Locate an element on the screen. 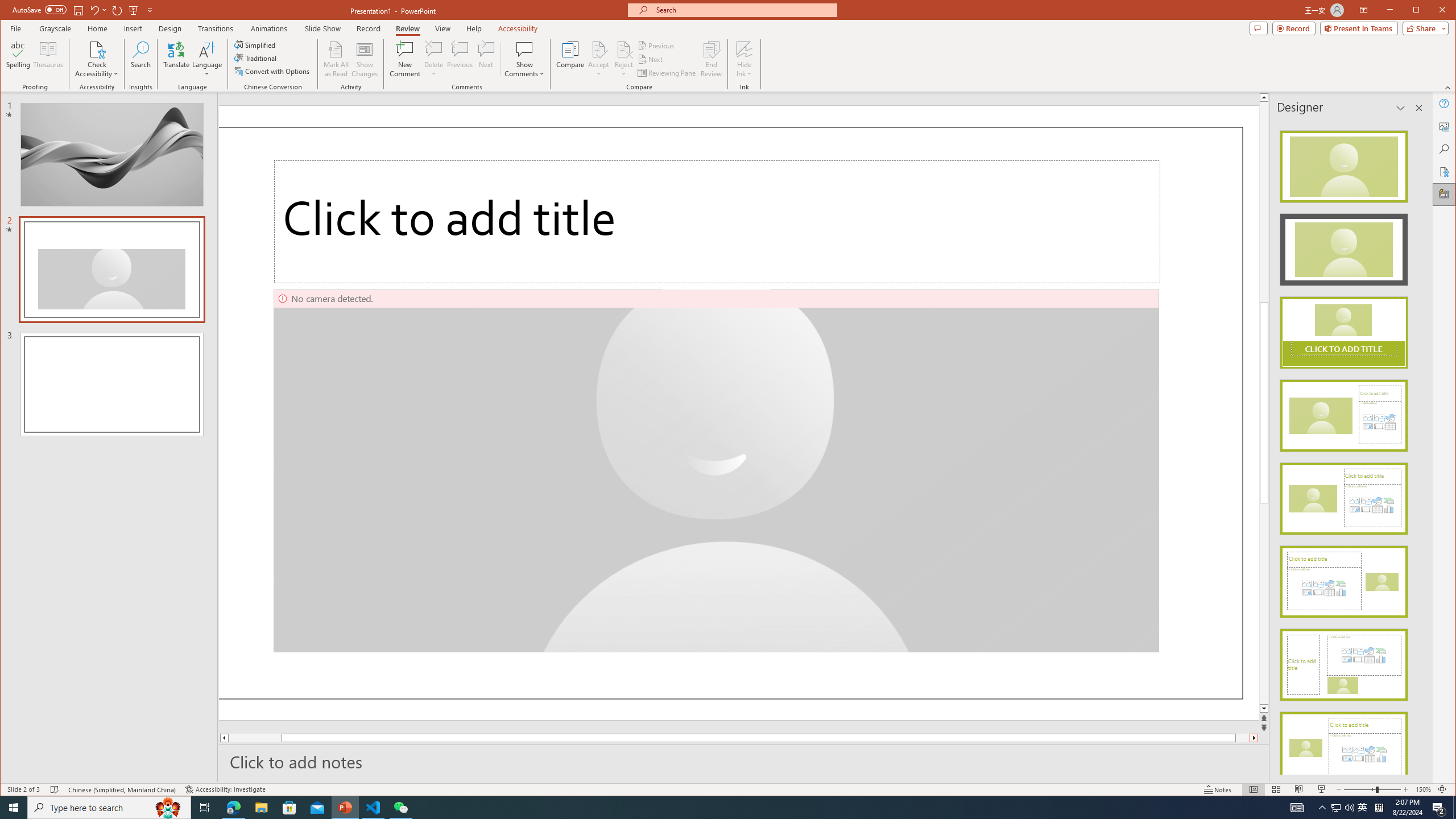 This screenshot has width=1456, height=819. 'New Comment' is located at coordinates (405, 59).